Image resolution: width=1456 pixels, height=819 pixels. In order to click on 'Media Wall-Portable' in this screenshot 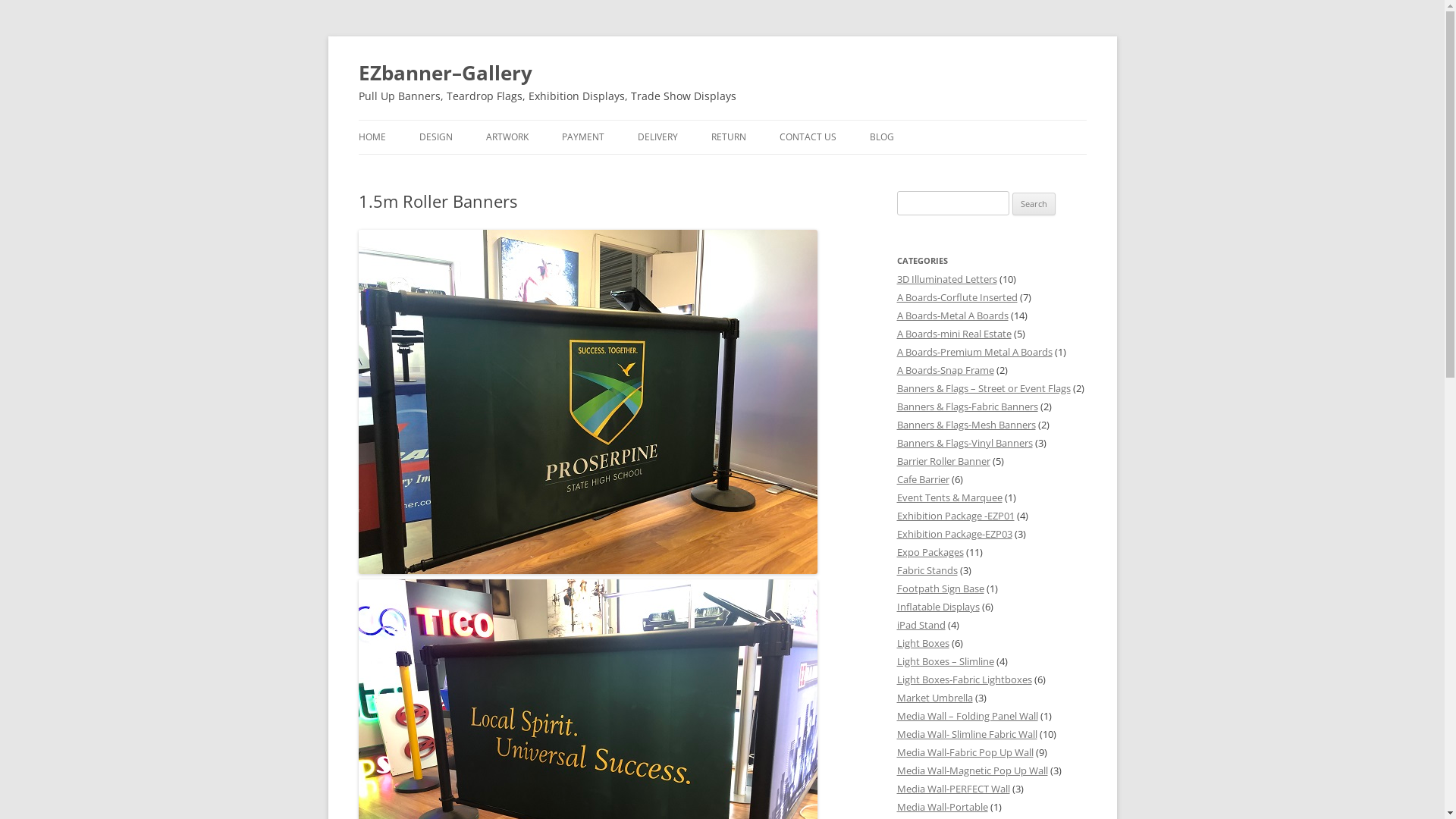, I will do `click(941, 806)`.